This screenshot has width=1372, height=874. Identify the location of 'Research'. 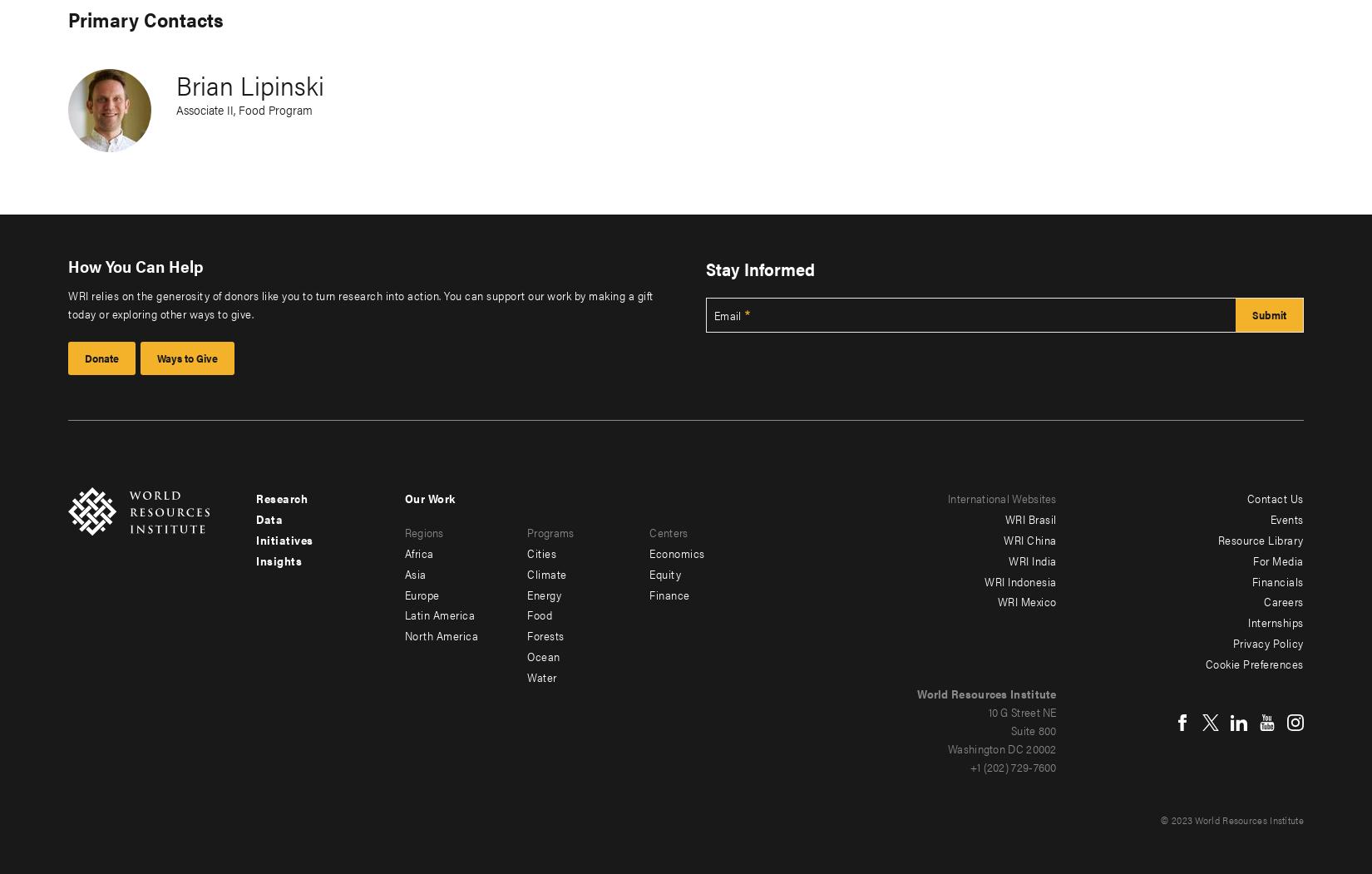
(282, 497).